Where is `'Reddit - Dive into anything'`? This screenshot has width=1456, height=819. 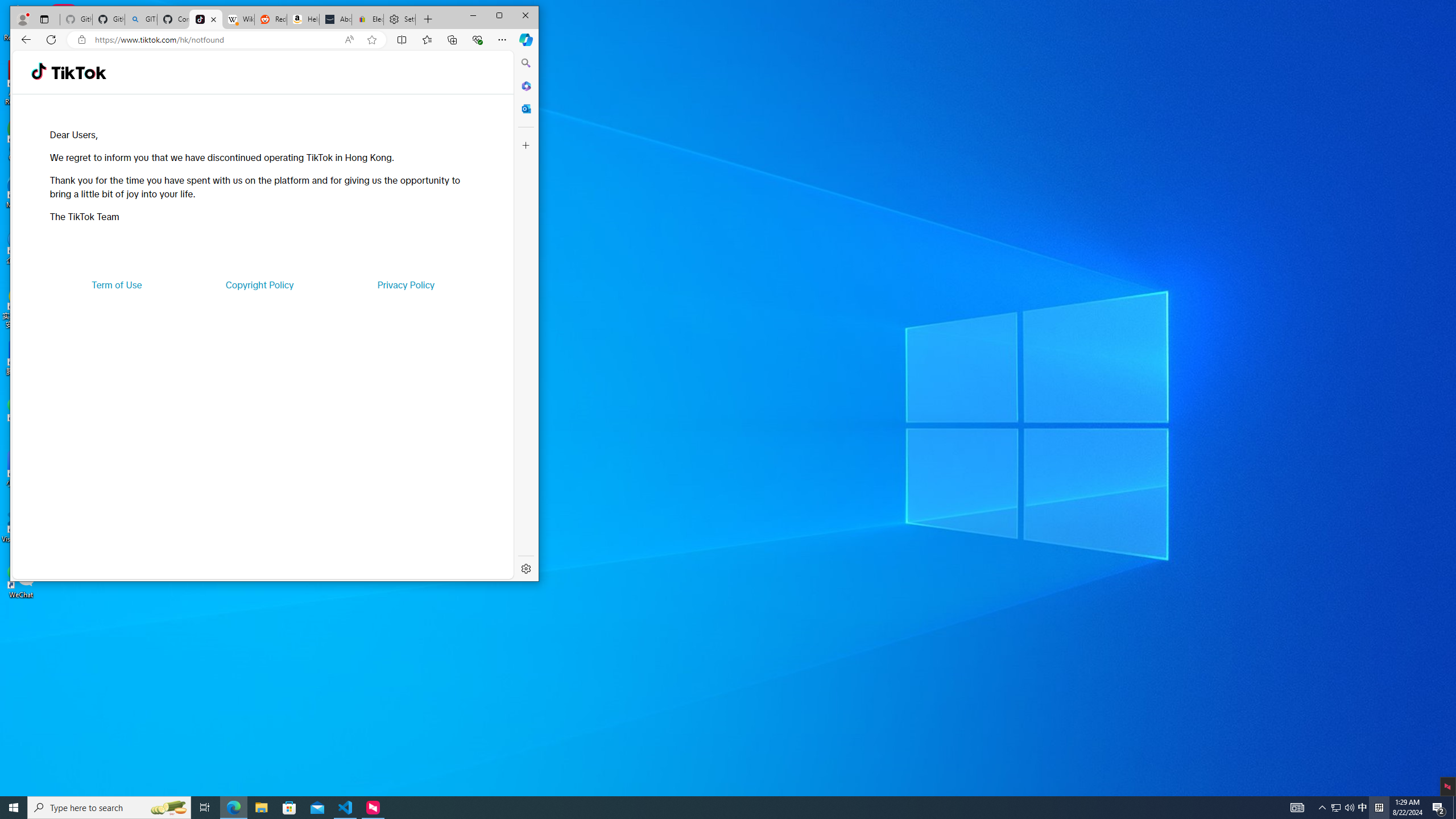 'Reddit - Dive into anything' is located at coordinates (269, 19).